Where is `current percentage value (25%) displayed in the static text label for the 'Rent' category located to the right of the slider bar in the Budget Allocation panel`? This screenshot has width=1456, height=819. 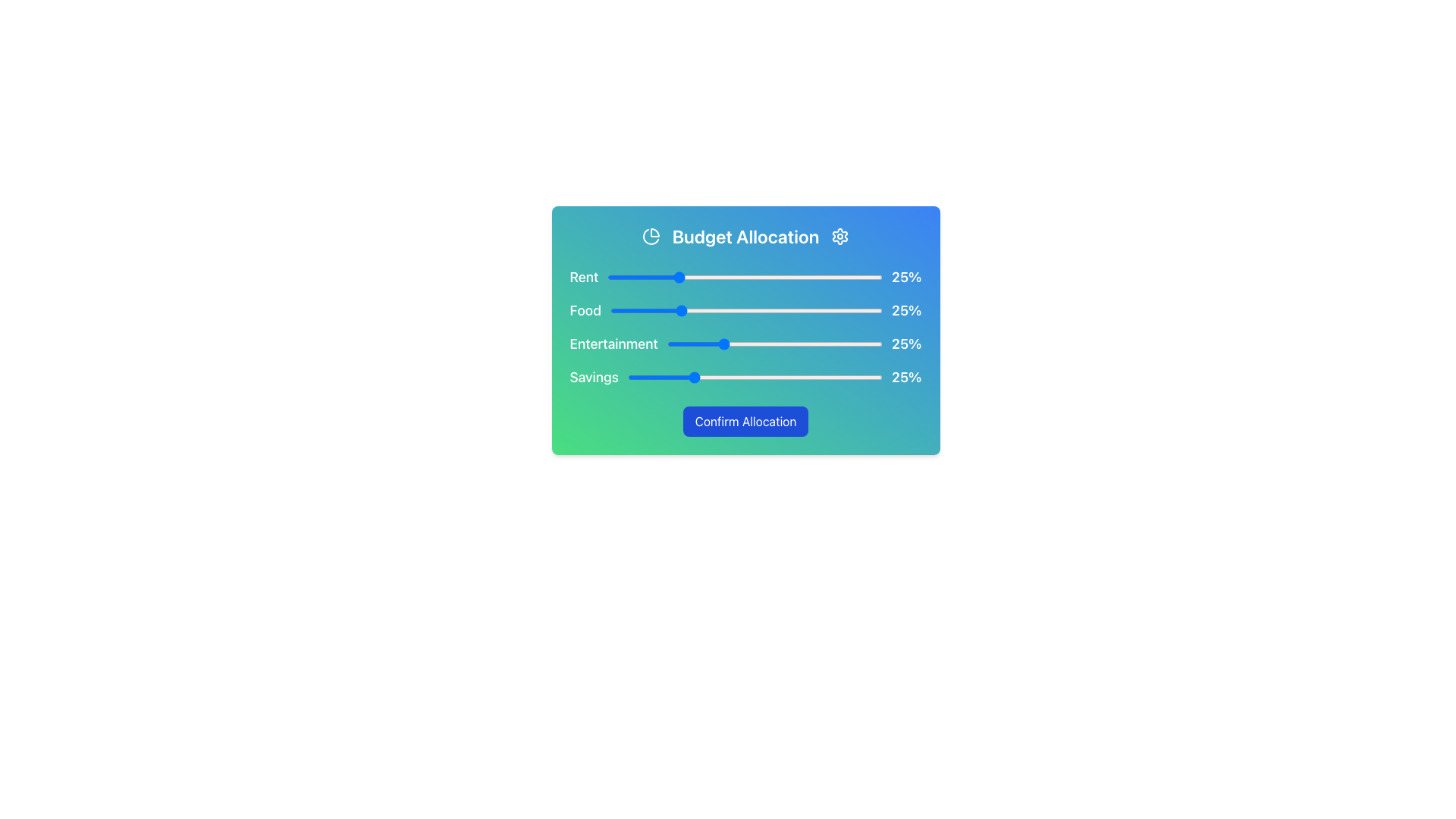
current percentage value (25%) displayed in the static text label for the 'Rent' category located to the right of the slider bar in the Budget Allocation panel is located at coordinates (906, 278).